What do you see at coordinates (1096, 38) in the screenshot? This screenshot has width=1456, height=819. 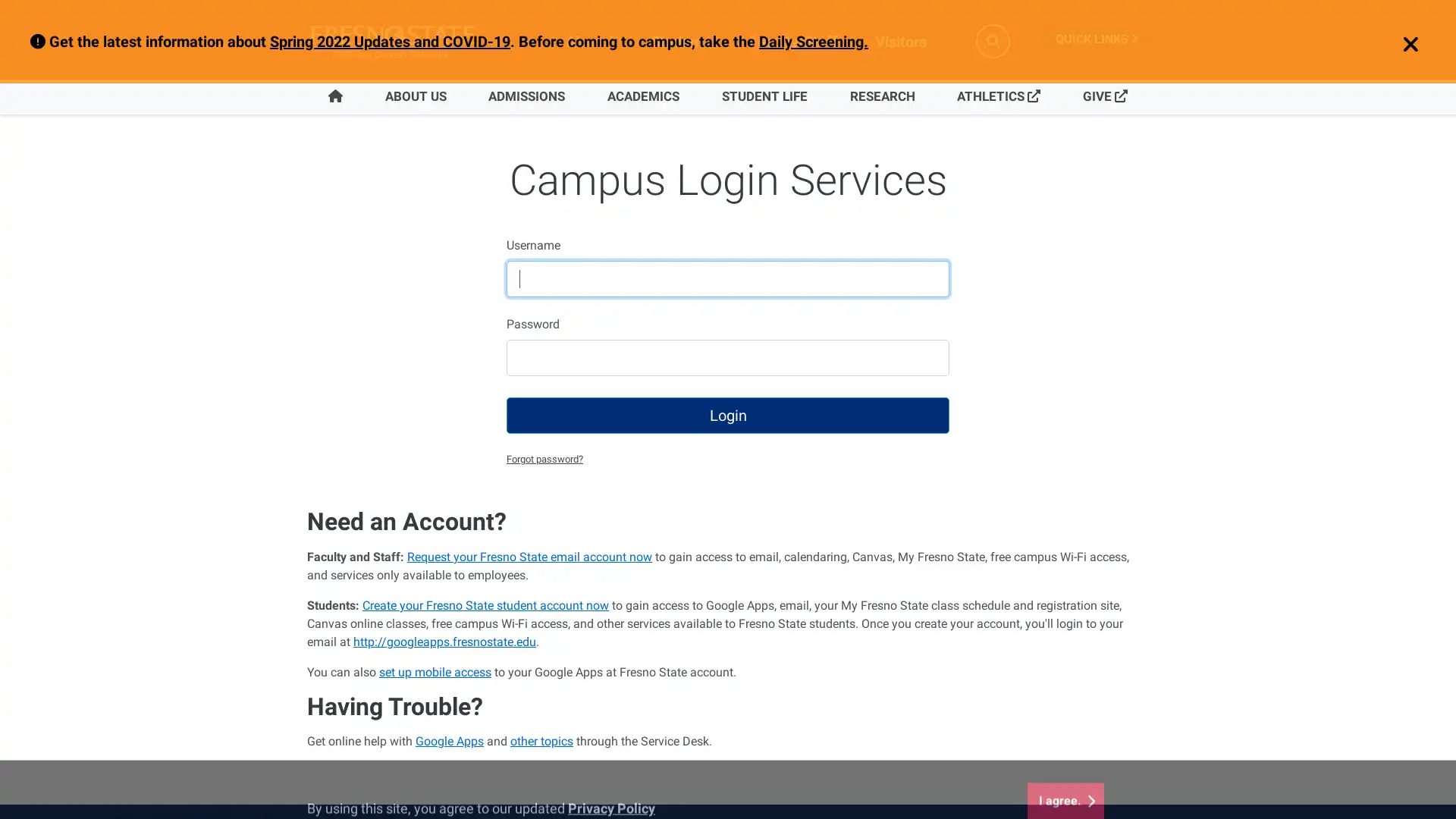 I see `QUICK LINKS` at bounding box center [1096, 38].